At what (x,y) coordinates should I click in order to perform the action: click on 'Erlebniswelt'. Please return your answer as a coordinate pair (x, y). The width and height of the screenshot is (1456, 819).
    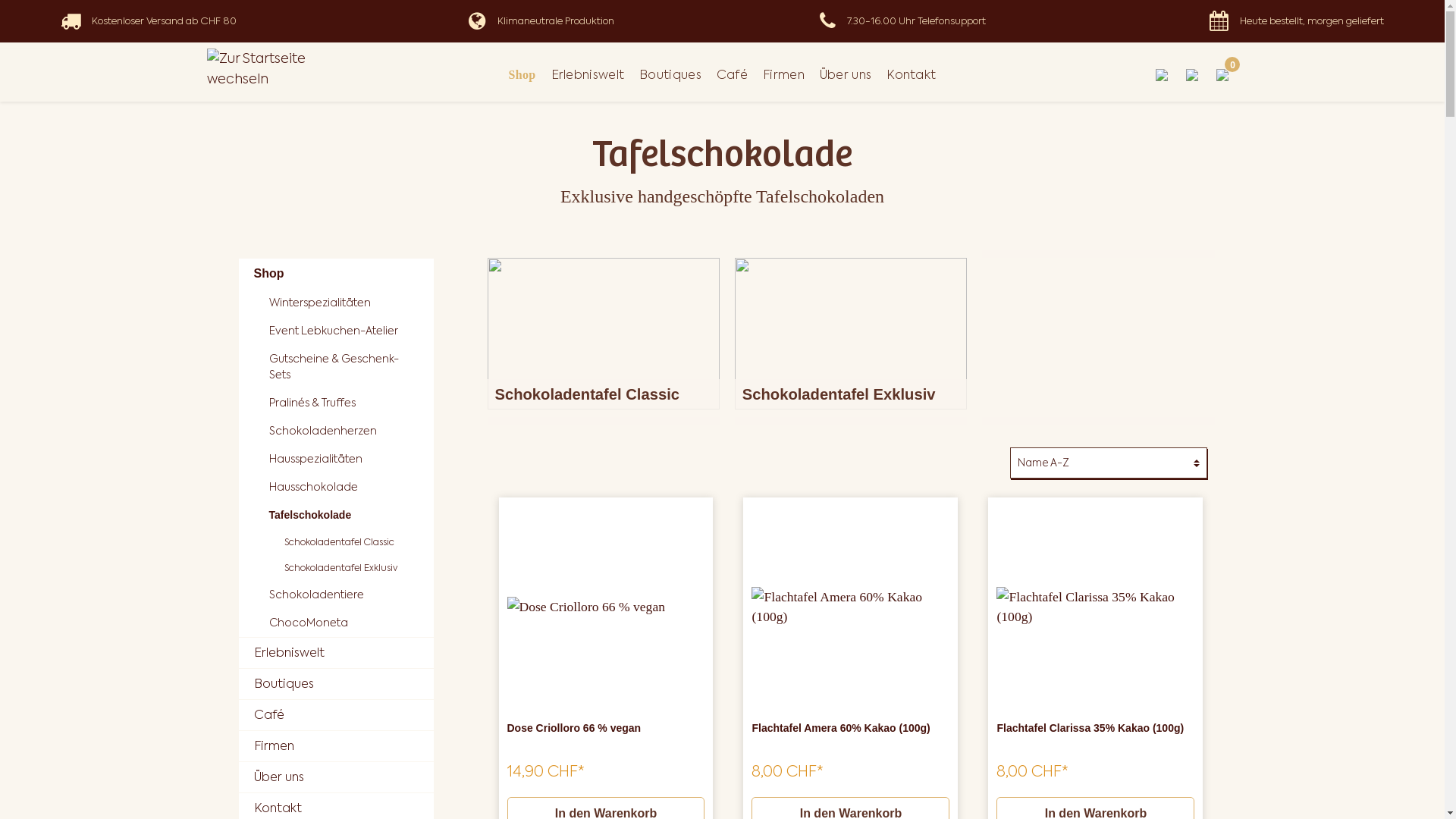
    Looking at the image, I should click on (334, 651).